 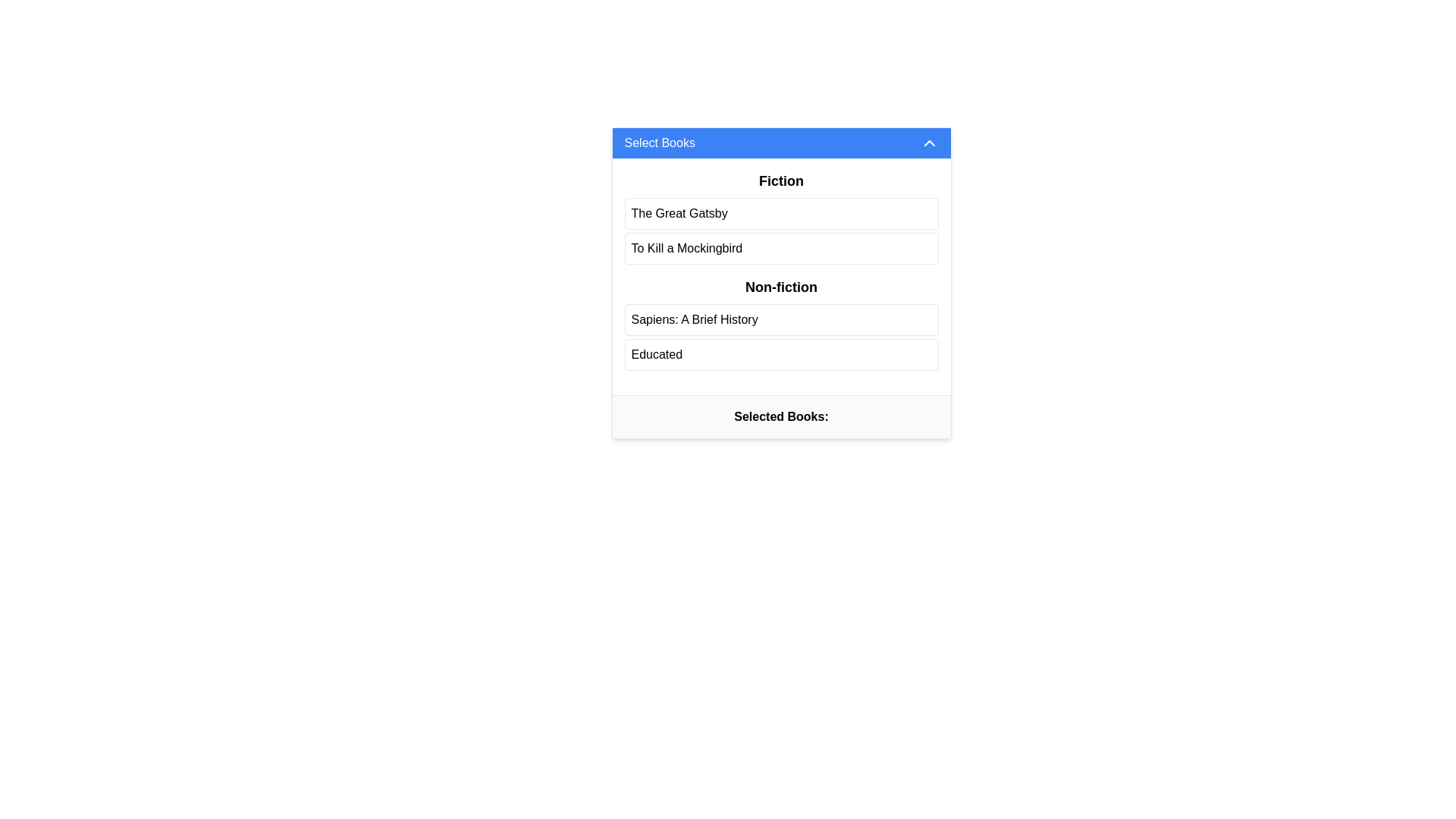 I want to click on displayed text of the bold heading element, 'Selected Books:', which is centered at the bottom of the component with a light gray background, so click(x=781, y=416).